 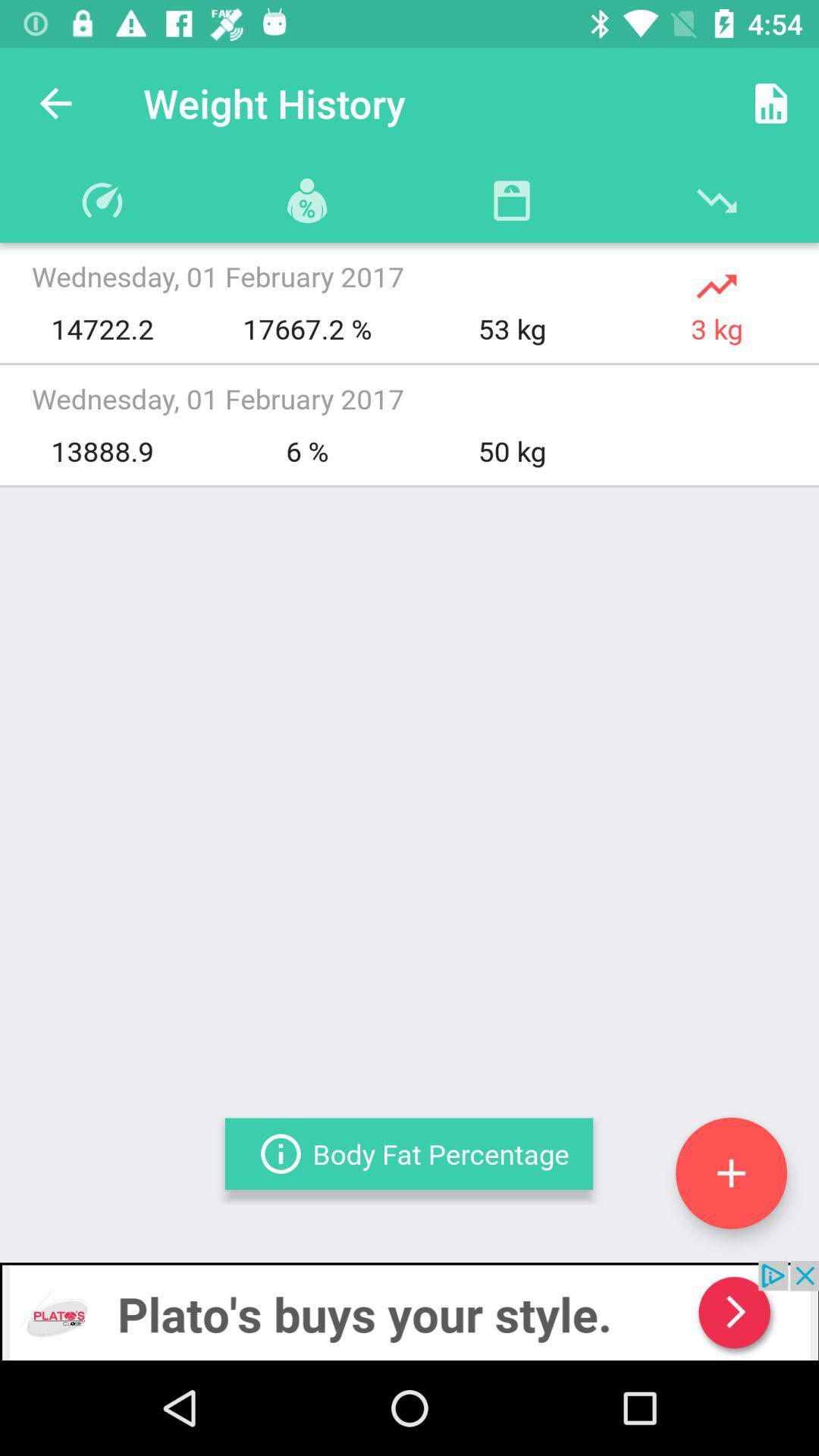 What do you see at coordinates (730, 1172) in the screenshot?
I see `another entry` at bounding box center [730, 1172].